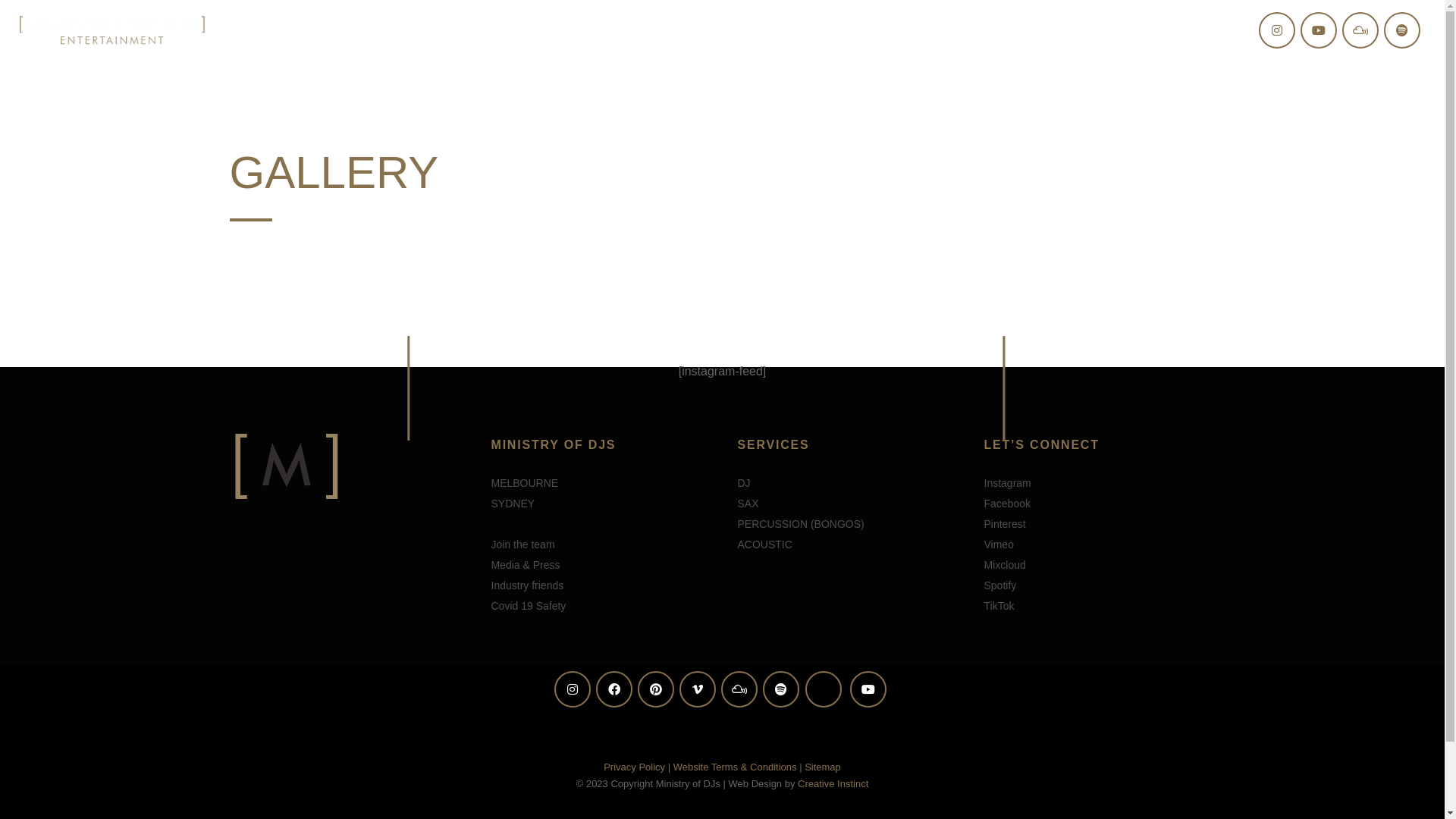 This screenshot has width=1456, height=819. I want to click on 'DJ', so click(743, 482).